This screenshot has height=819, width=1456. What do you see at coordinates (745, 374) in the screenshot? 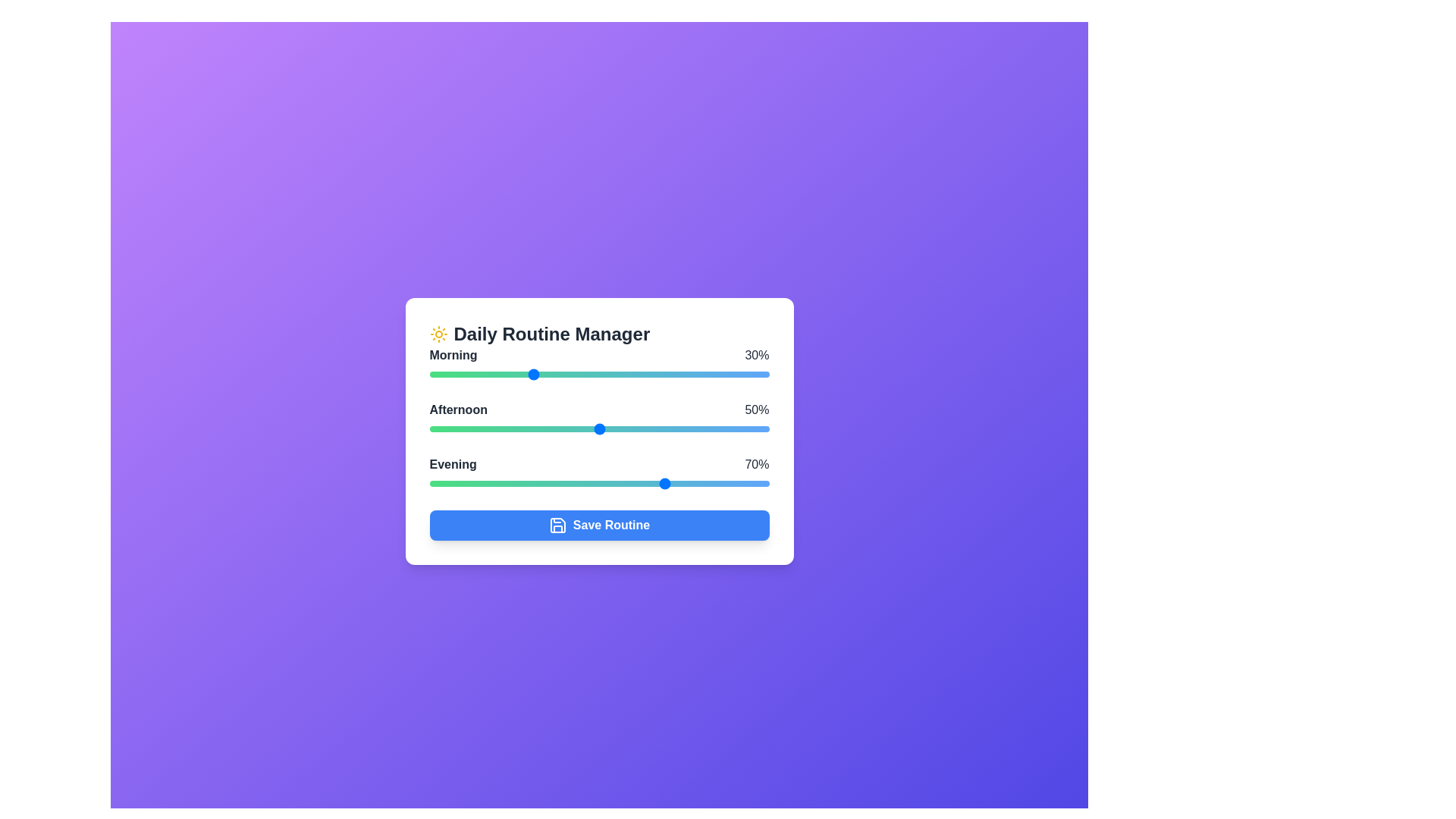
I see `the Morning task slider to 93%` at bounding box center [745, 374].